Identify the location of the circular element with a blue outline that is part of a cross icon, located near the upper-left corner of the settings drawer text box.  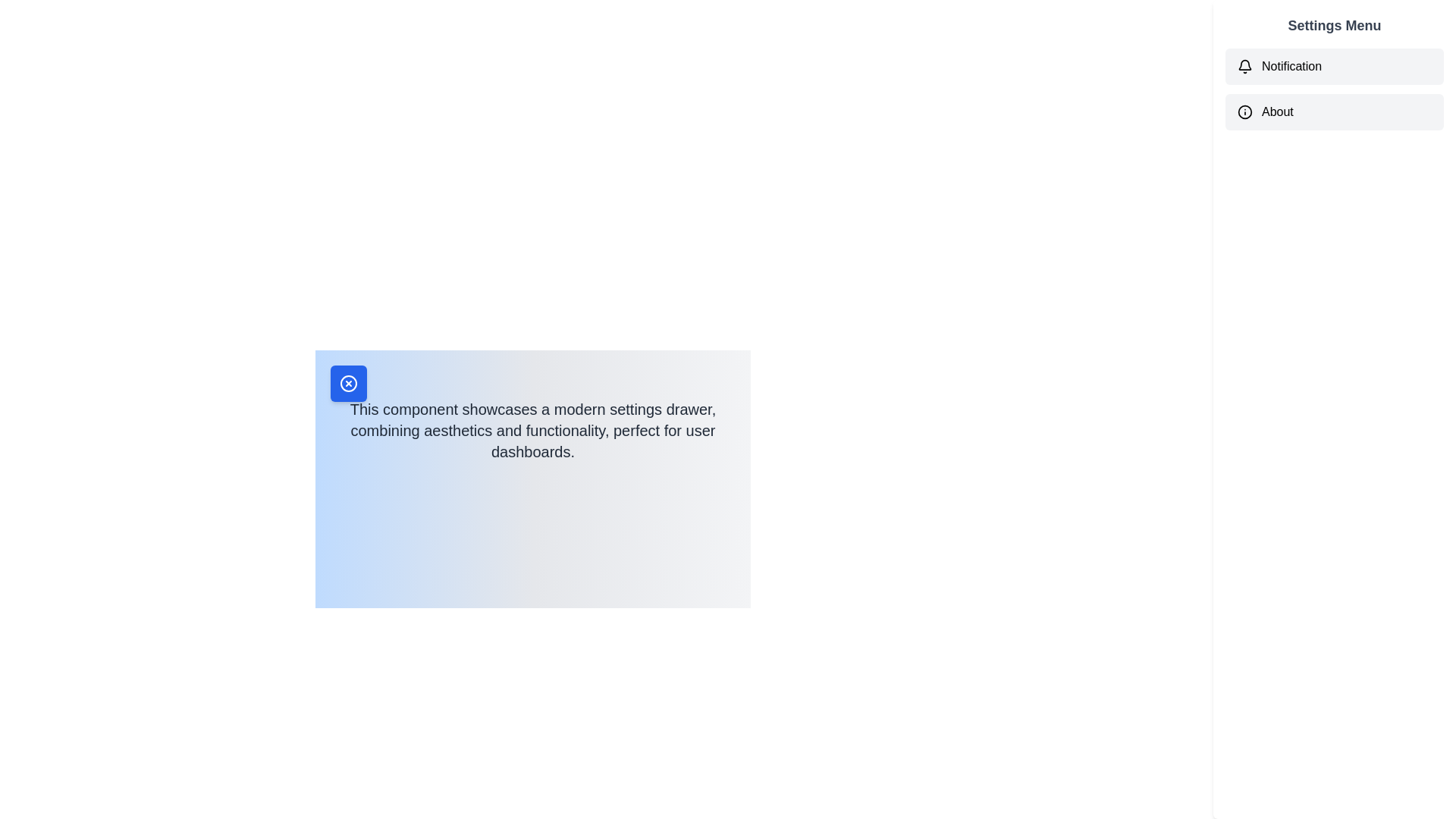
(348, 382).